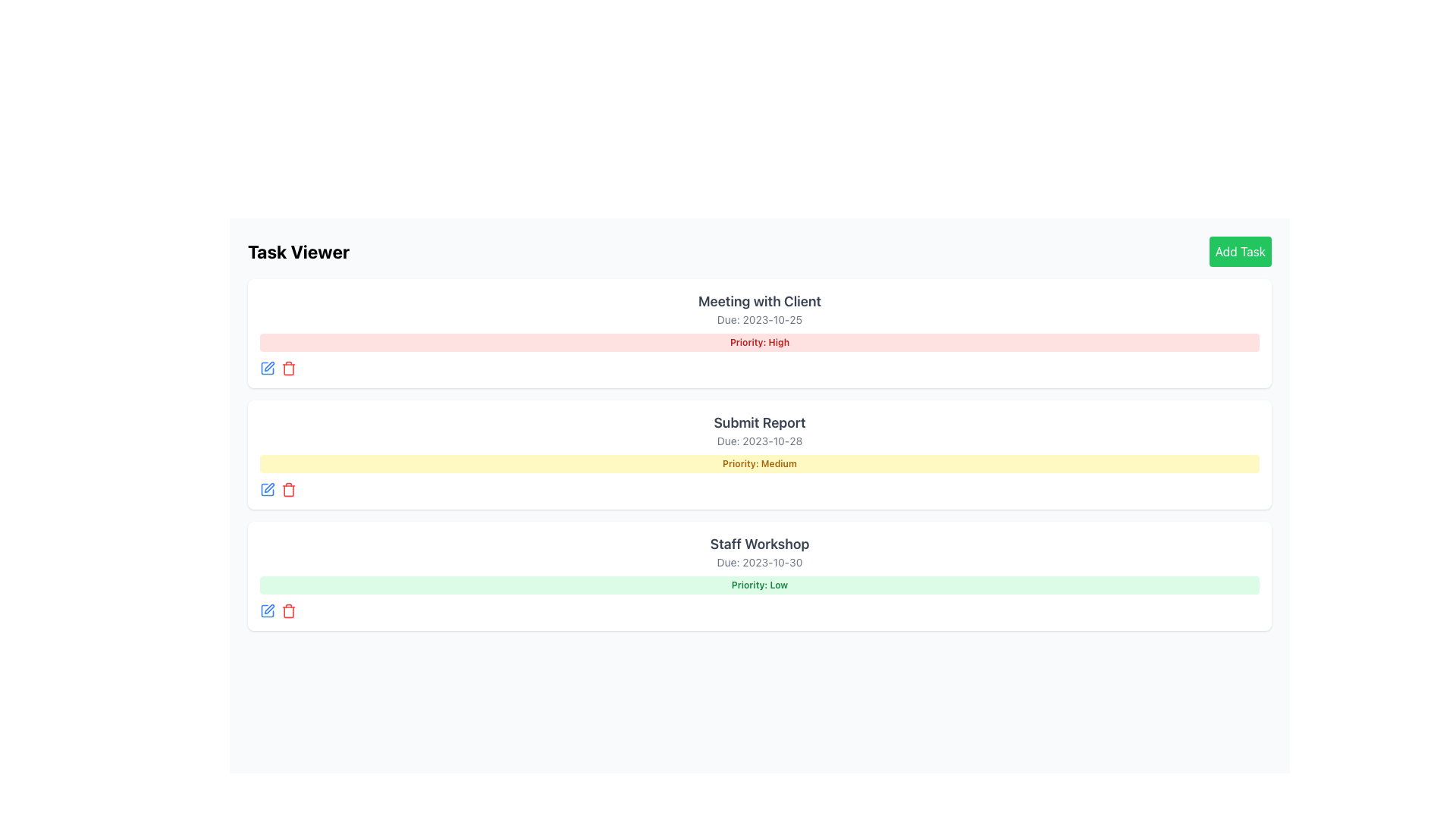 Image resolution: width=1456 pixels, height=819 pixels. Describe the element at coordinates (269, 488) in the screenshot. I see `the button-like icon representing the editing action for the 'Submit Report' task` at that location.